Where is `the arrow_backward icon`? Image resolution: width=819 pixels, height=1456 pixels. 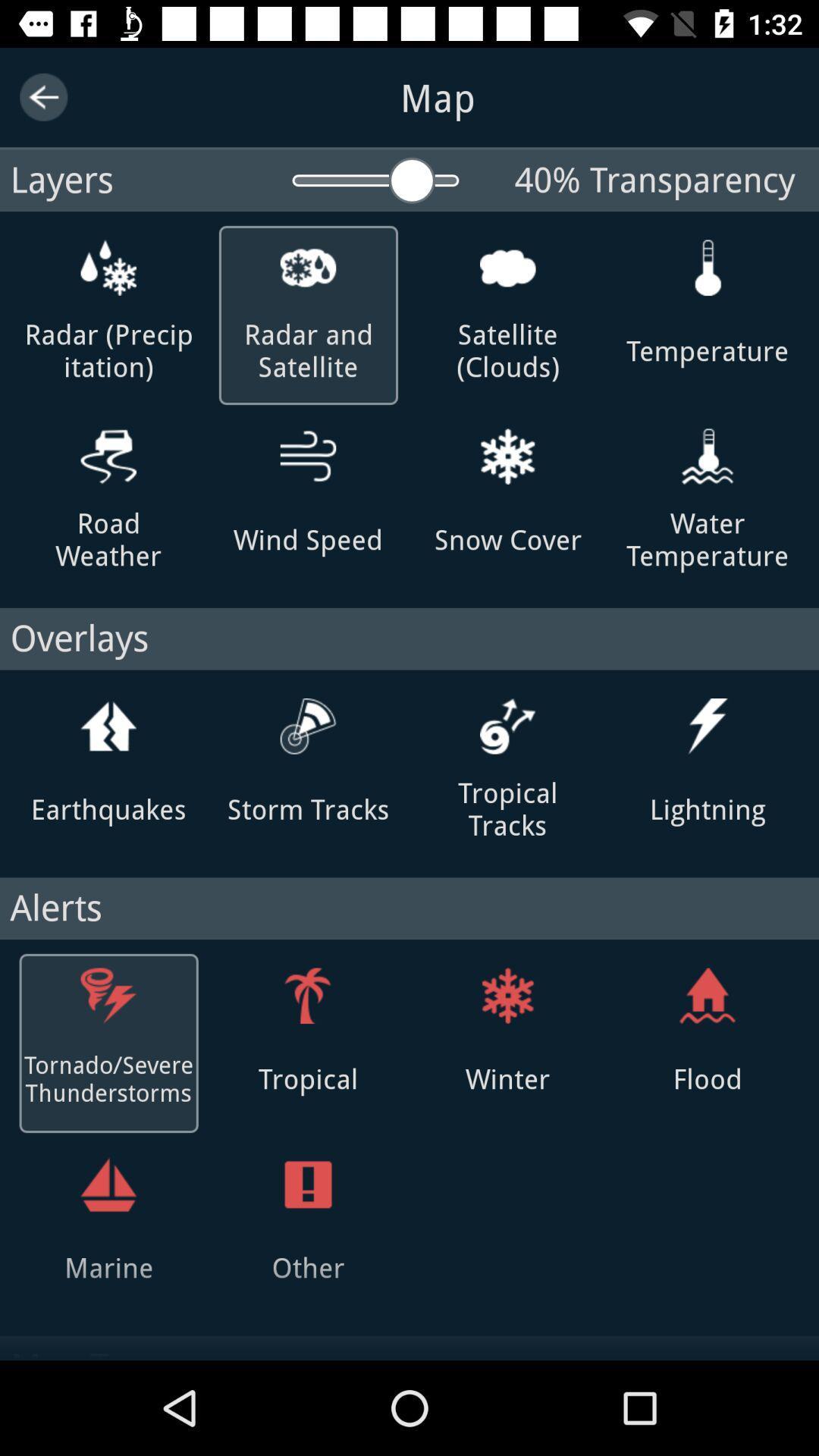 the arrow_backward icon is located at coordinates (42, 96).